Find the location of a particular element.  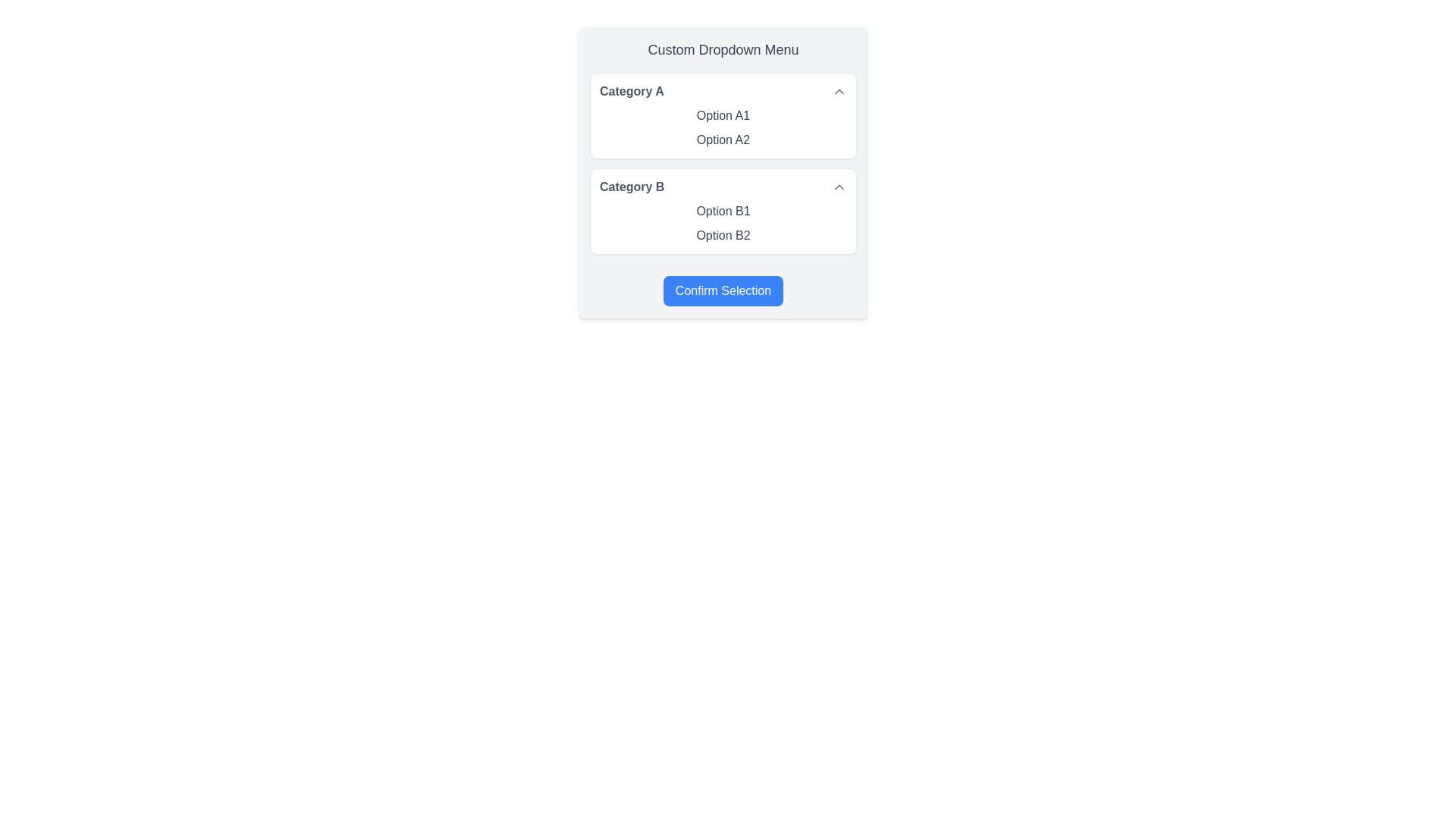

the textual label reading 'Option B1' in gray color located under 'Category B' in the dropdown menu to change its color is located at coordinates (723, 211).